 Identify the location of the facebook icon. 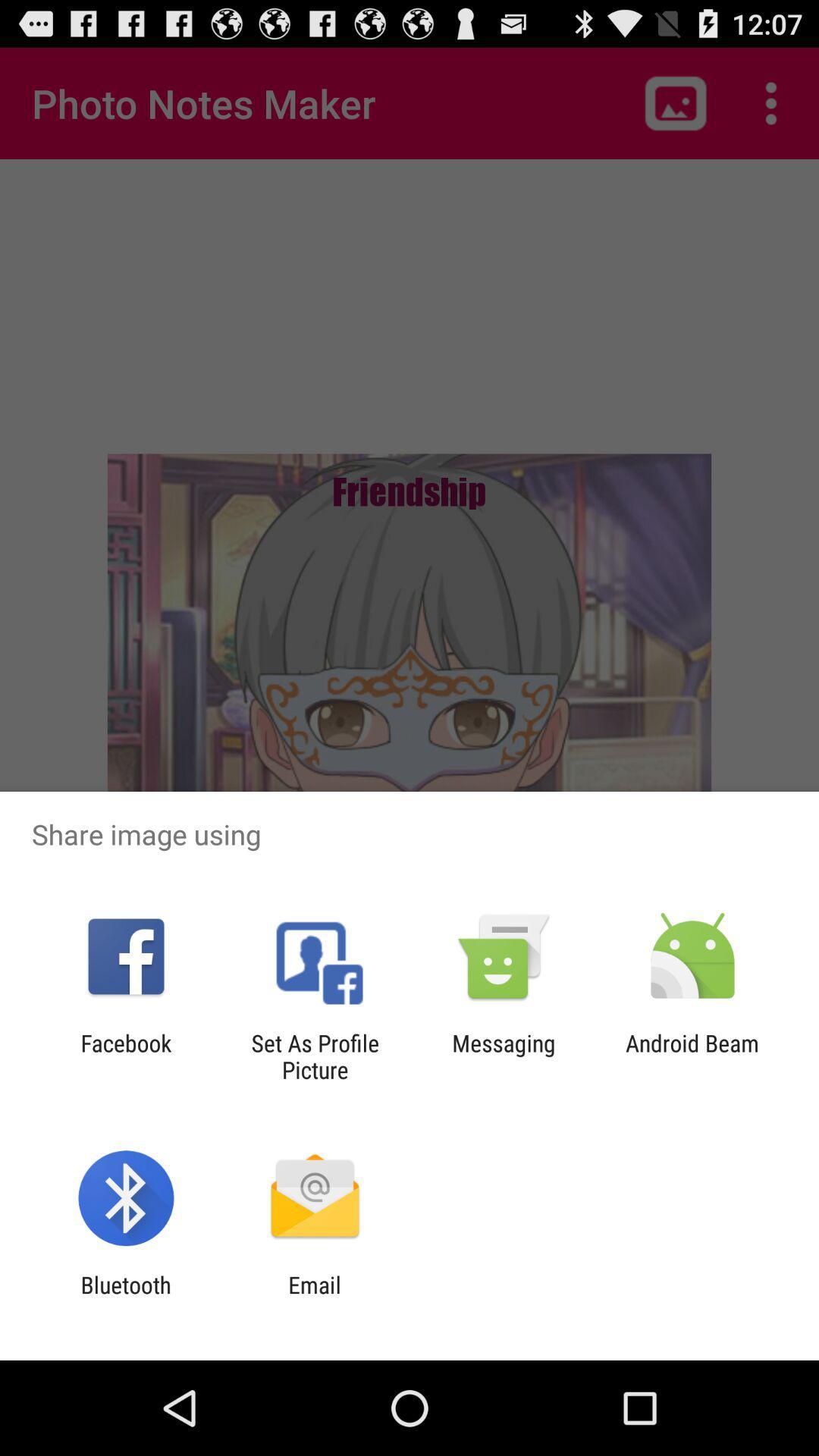
(125, 1056).